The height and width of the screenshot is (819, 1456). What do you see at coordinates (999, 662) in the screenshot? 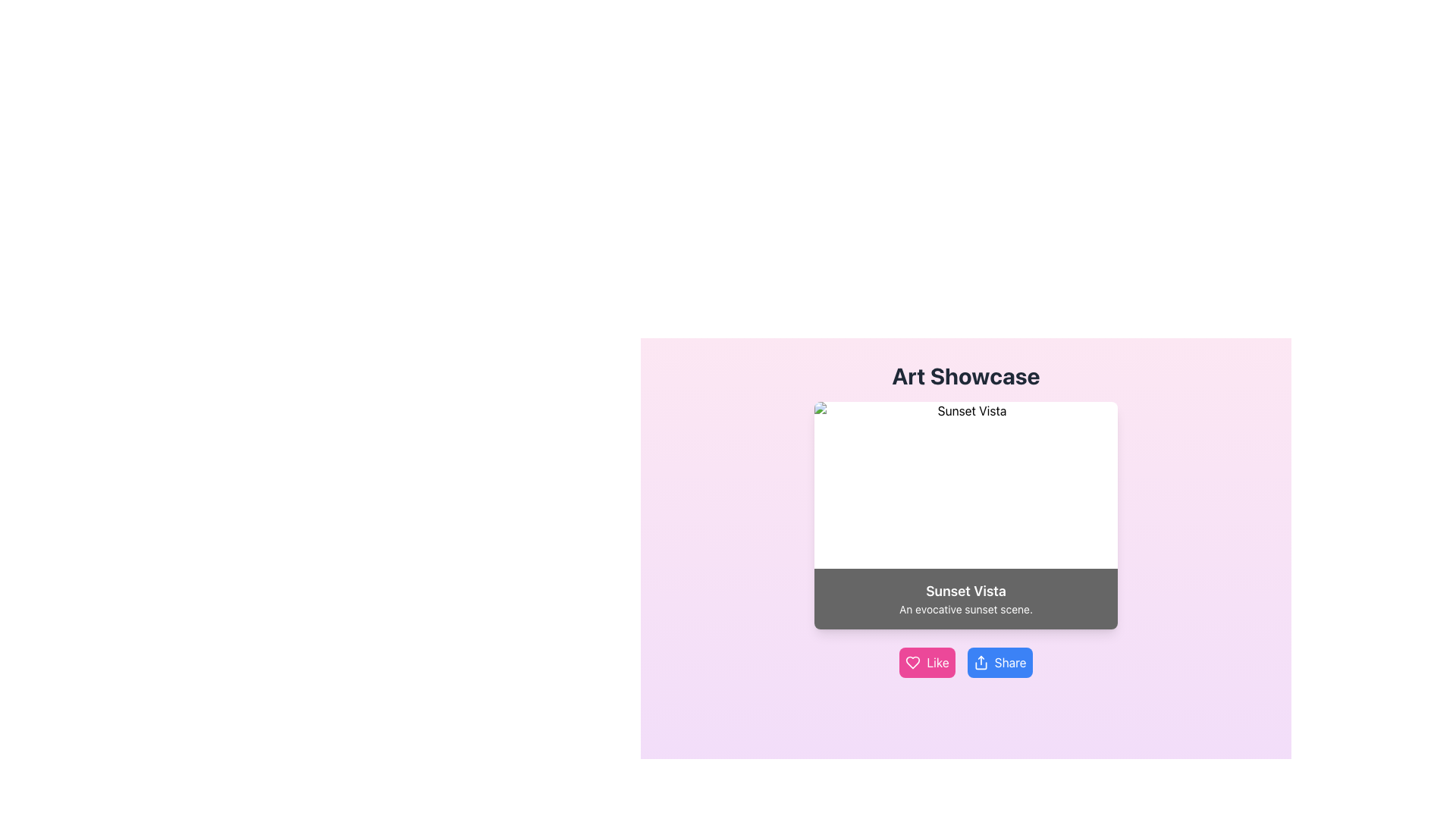
I see `the share button located at the bottom right of the 'Sunset Vista' card, which is the second button to the right of the 'Like' button, to initiate sharing` at bounding box center [999, 662].